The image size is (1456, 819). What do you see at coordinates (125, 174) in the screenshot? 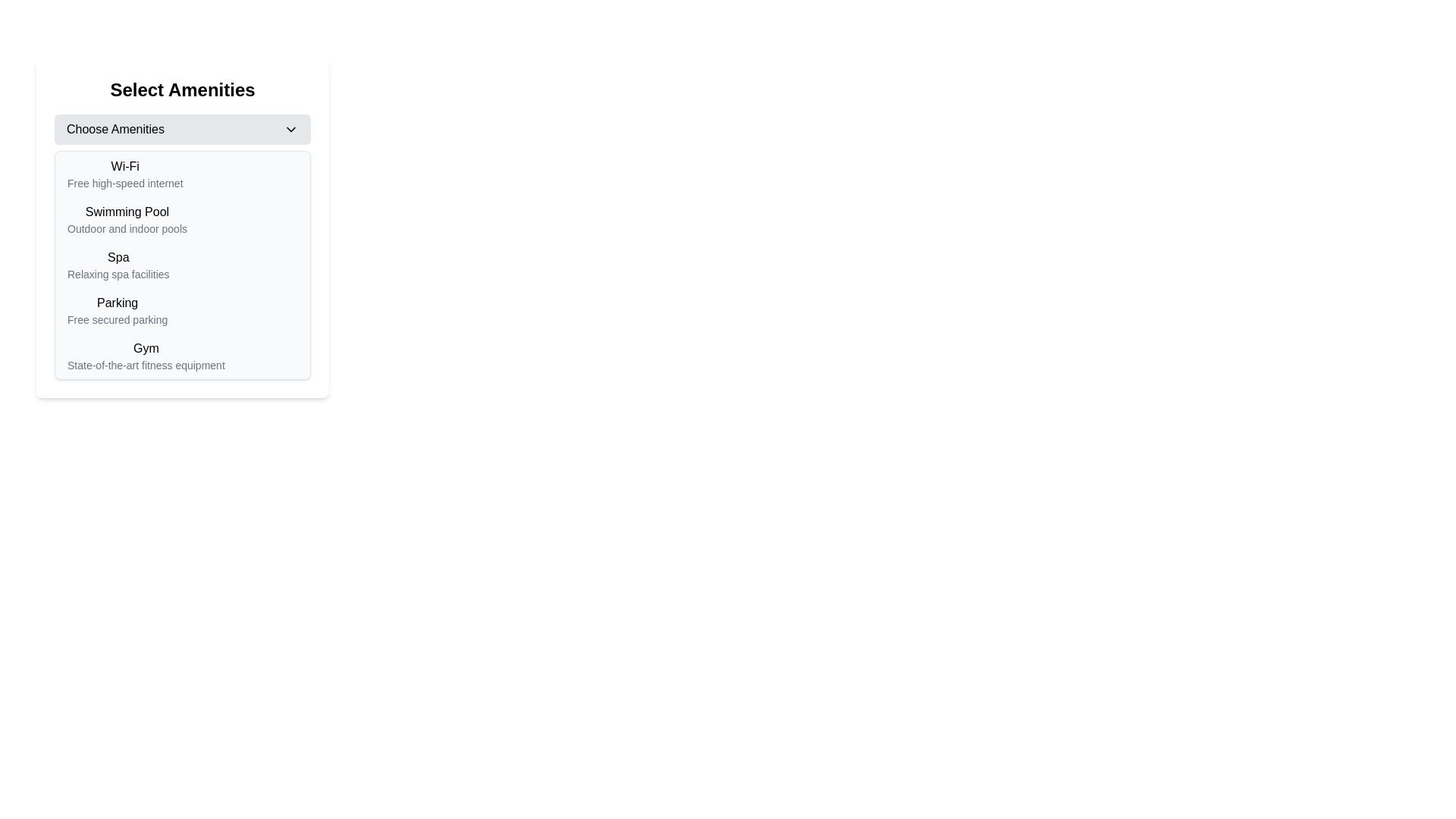
I see `the first text block in the 'Select Amenities' section that provides details about Wi-Fi accessibility and its free high-speed internet offering` at bounding box center [125, 174].